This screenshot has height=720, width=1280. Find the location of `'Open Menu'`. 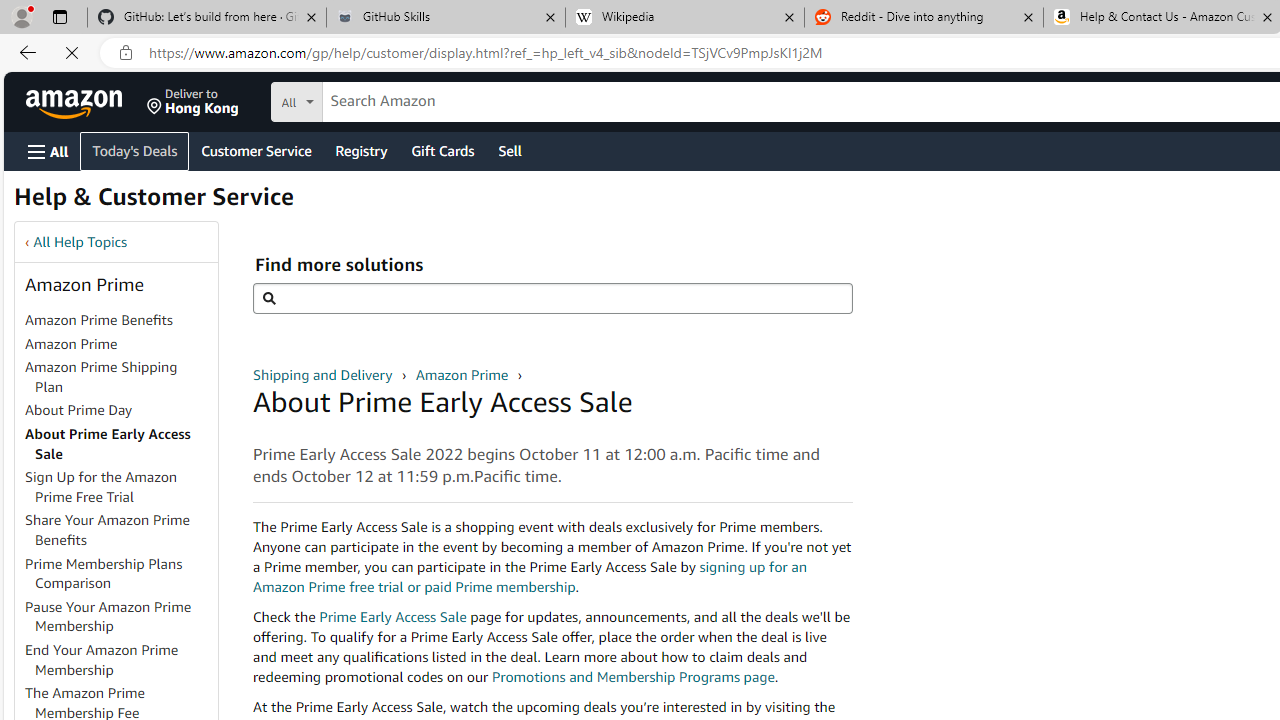

'Open Menu' is located at coordinates (48, 150).